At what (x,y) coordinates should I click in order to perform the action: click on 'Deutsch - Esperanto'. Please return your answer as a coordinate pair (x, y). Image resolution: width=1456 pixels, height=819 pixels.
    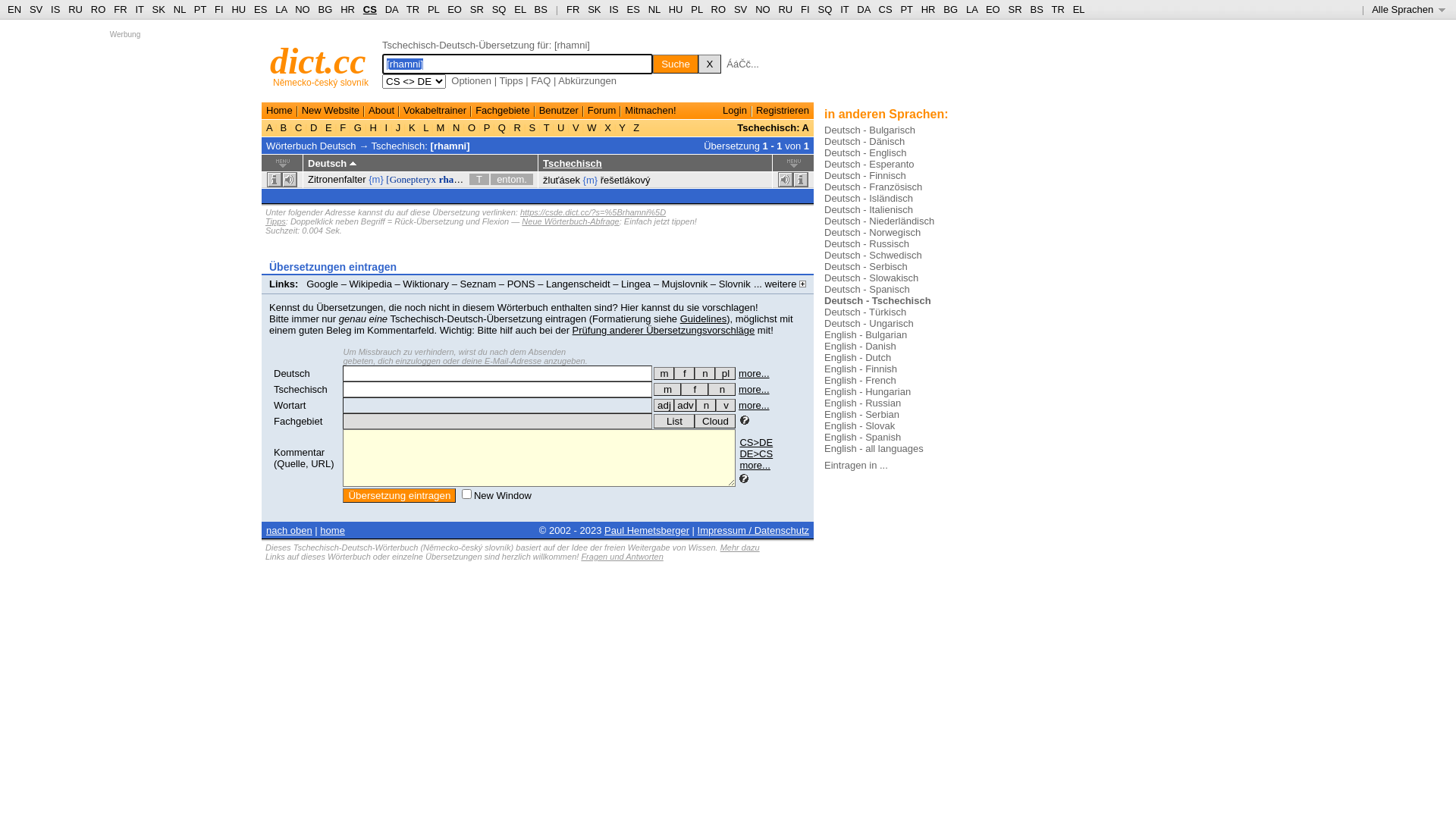
    Looking at the image, I should click on (869, 164).